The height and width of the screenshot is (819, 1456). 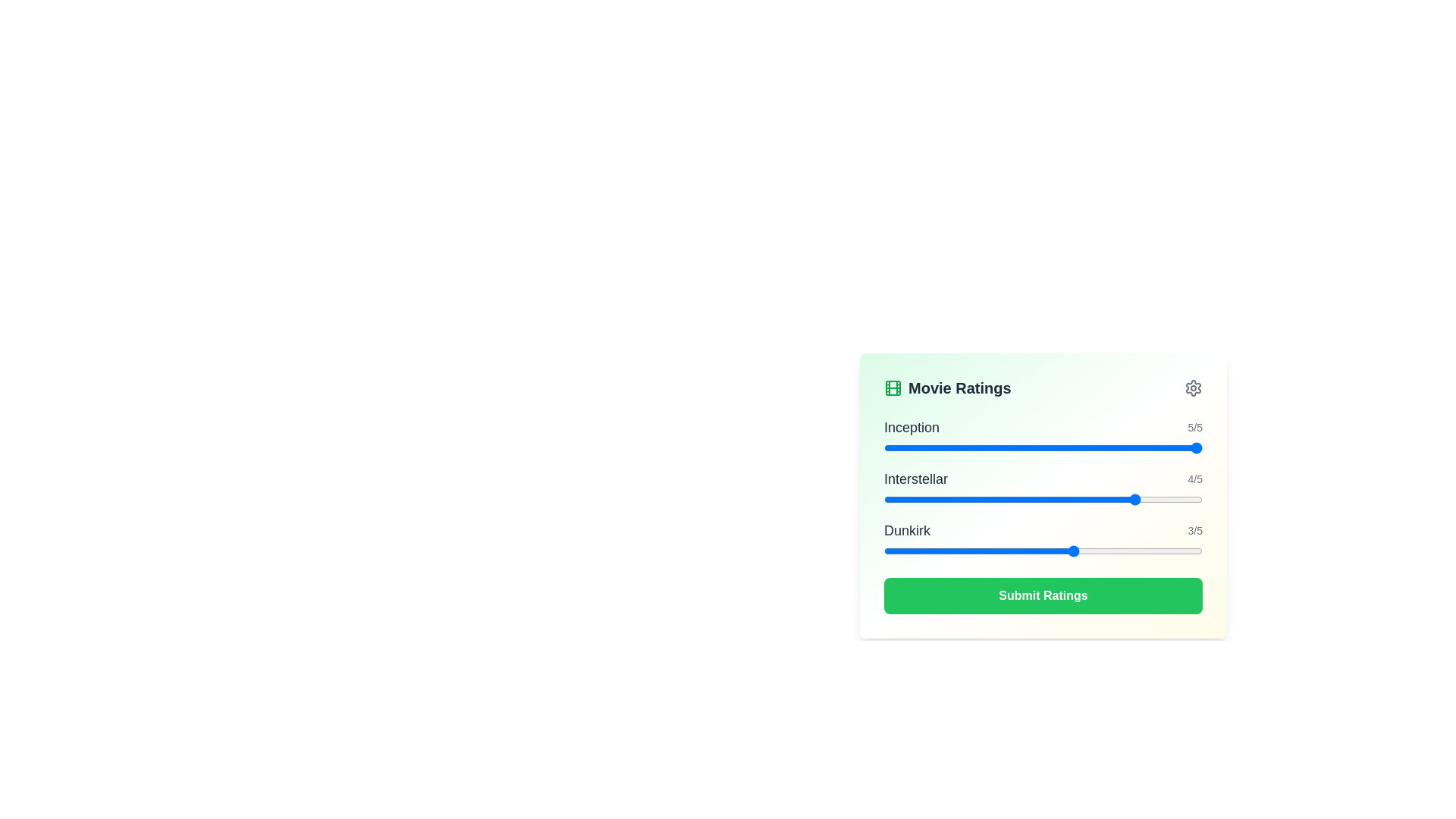 What do you see at coordinates (884, 500) in the screenshot?
I see `the rating for 'Interstellar'` at bounding box center [884, 500].